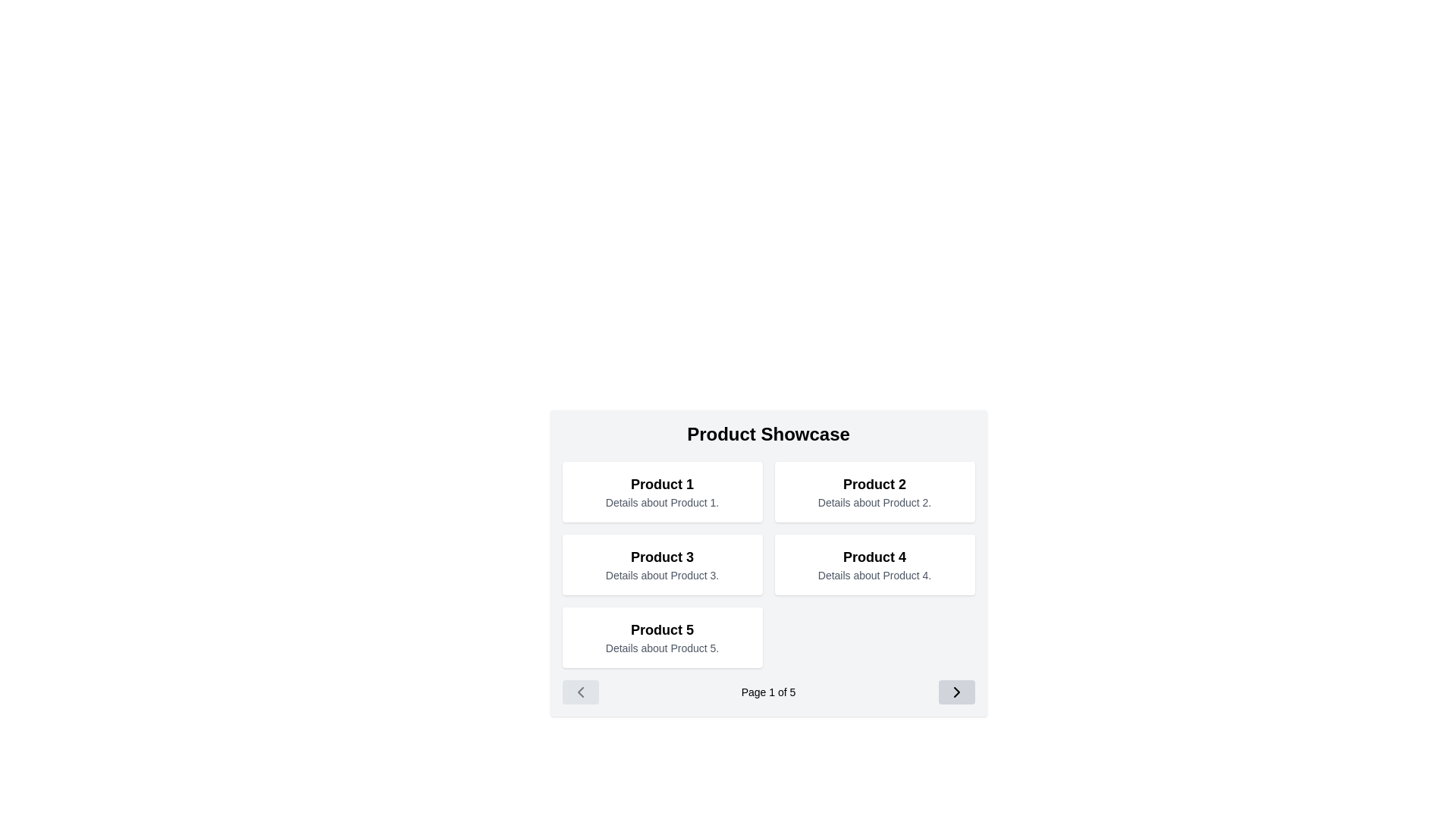 This screenshot has width=1456, height=819. I want to click on the SVG icon within the rounded button located in the navigation bar on the far-left side to observe the hover effect, so click(579, 692).